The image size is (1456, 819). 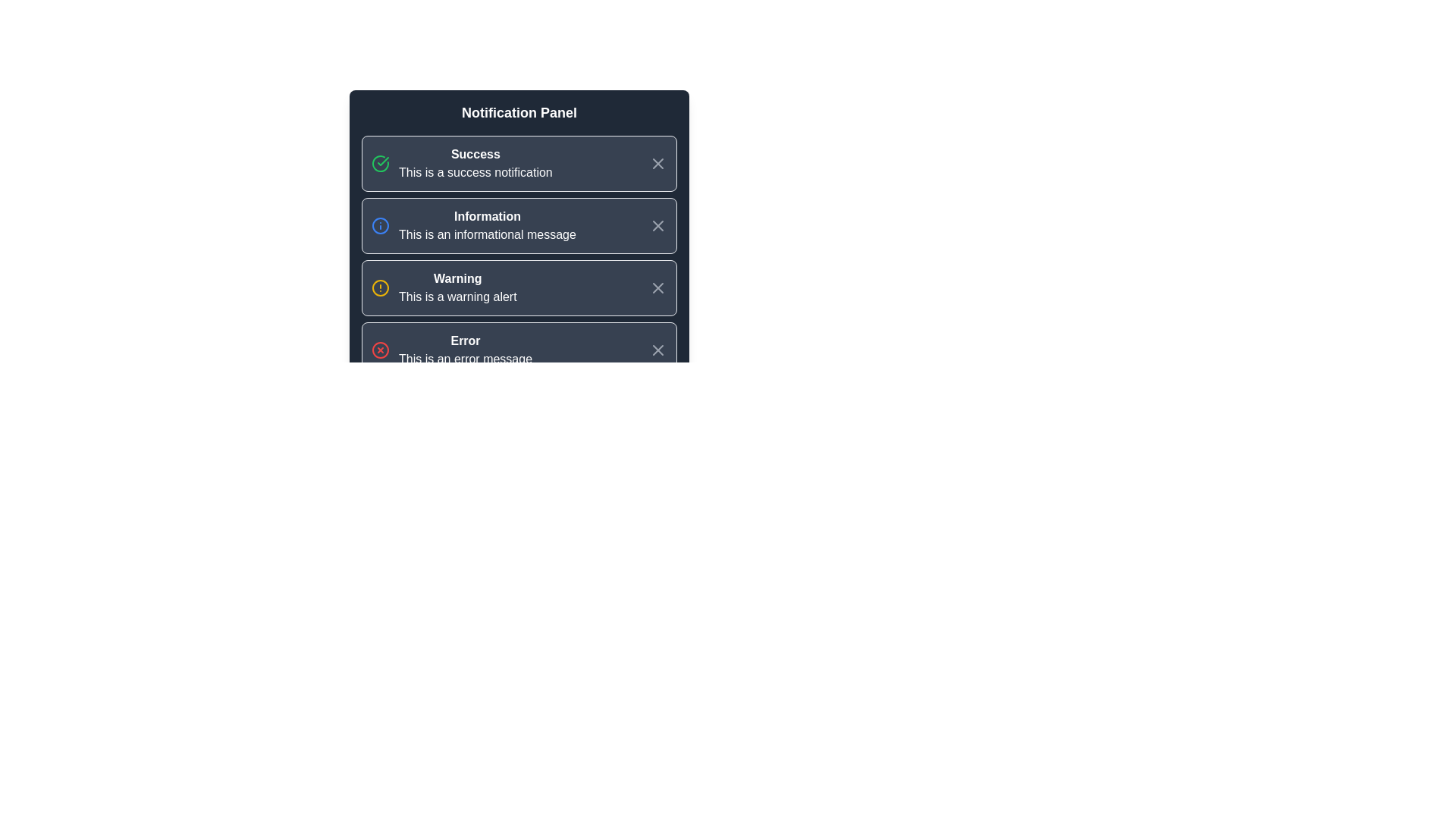 What do you see at coordinates (450, 350) in the screenshot?
I see `error message from the fourth Textual Notification, which is located below the 'Warning' notification in the notification panel` at bounding box center [450, 350].